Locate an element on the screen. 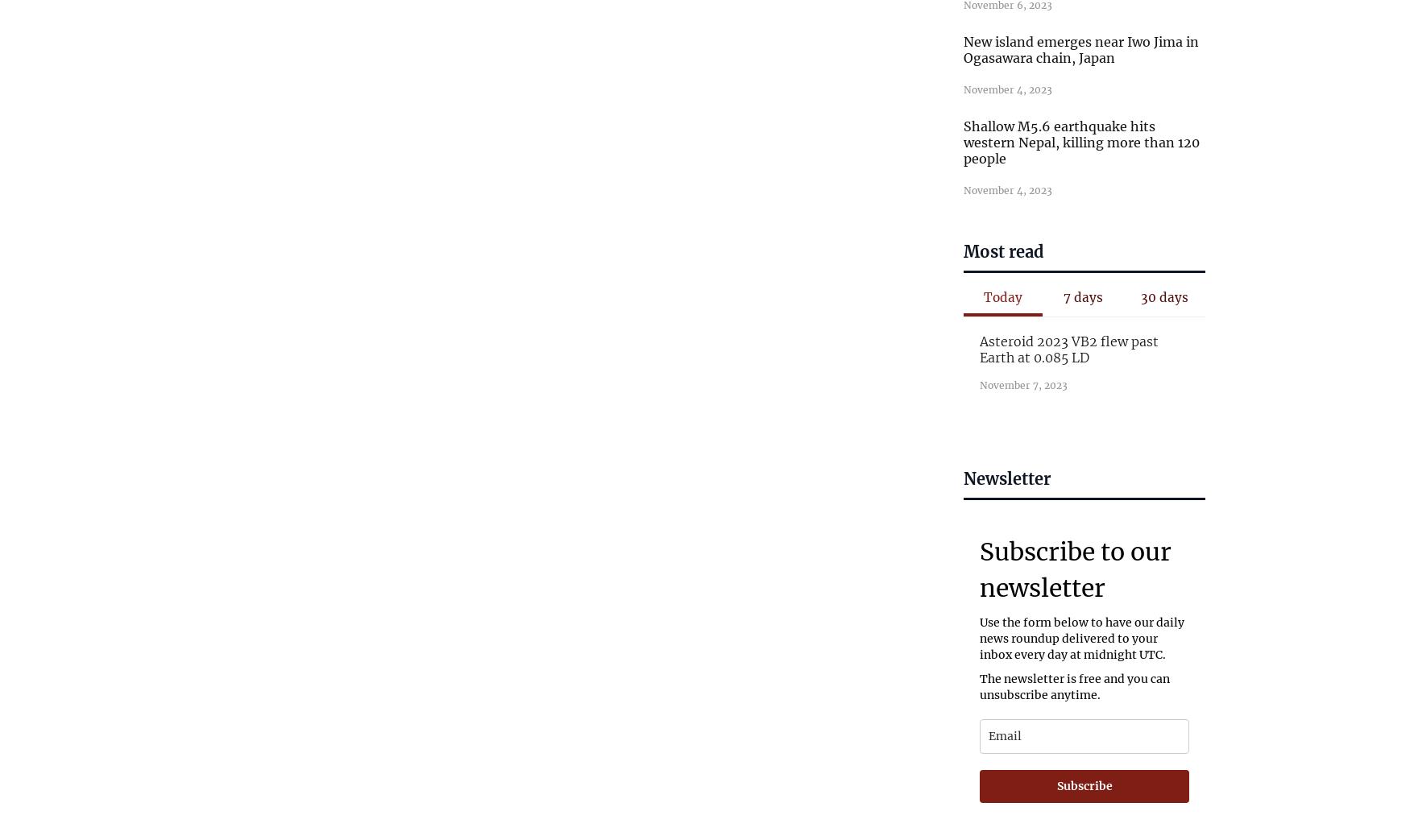 Image resolution: width=1410 pixels, height=840 pixels. 'November 7, 2023' is located at coordinates (1022, 383).